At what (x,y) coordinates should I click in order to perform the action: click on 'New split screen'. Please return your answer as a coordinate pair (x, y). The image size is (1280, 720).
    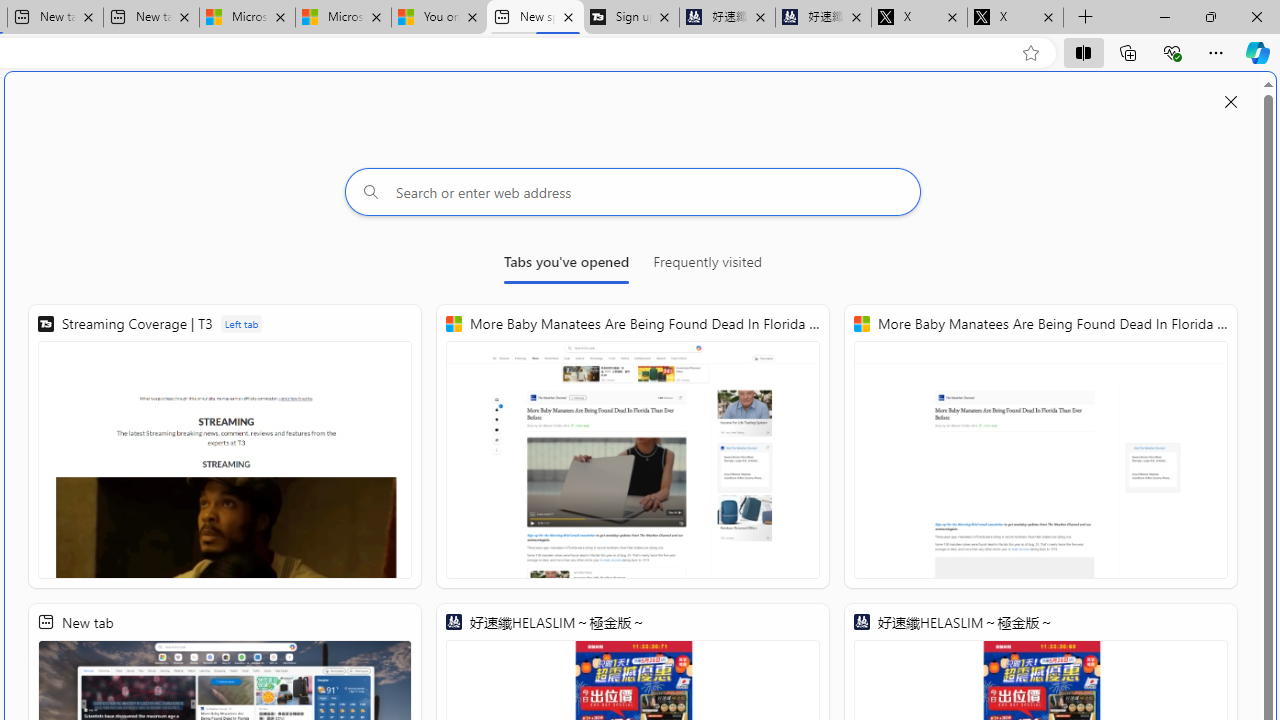
    Looking at the image, I should click on (535, 17).